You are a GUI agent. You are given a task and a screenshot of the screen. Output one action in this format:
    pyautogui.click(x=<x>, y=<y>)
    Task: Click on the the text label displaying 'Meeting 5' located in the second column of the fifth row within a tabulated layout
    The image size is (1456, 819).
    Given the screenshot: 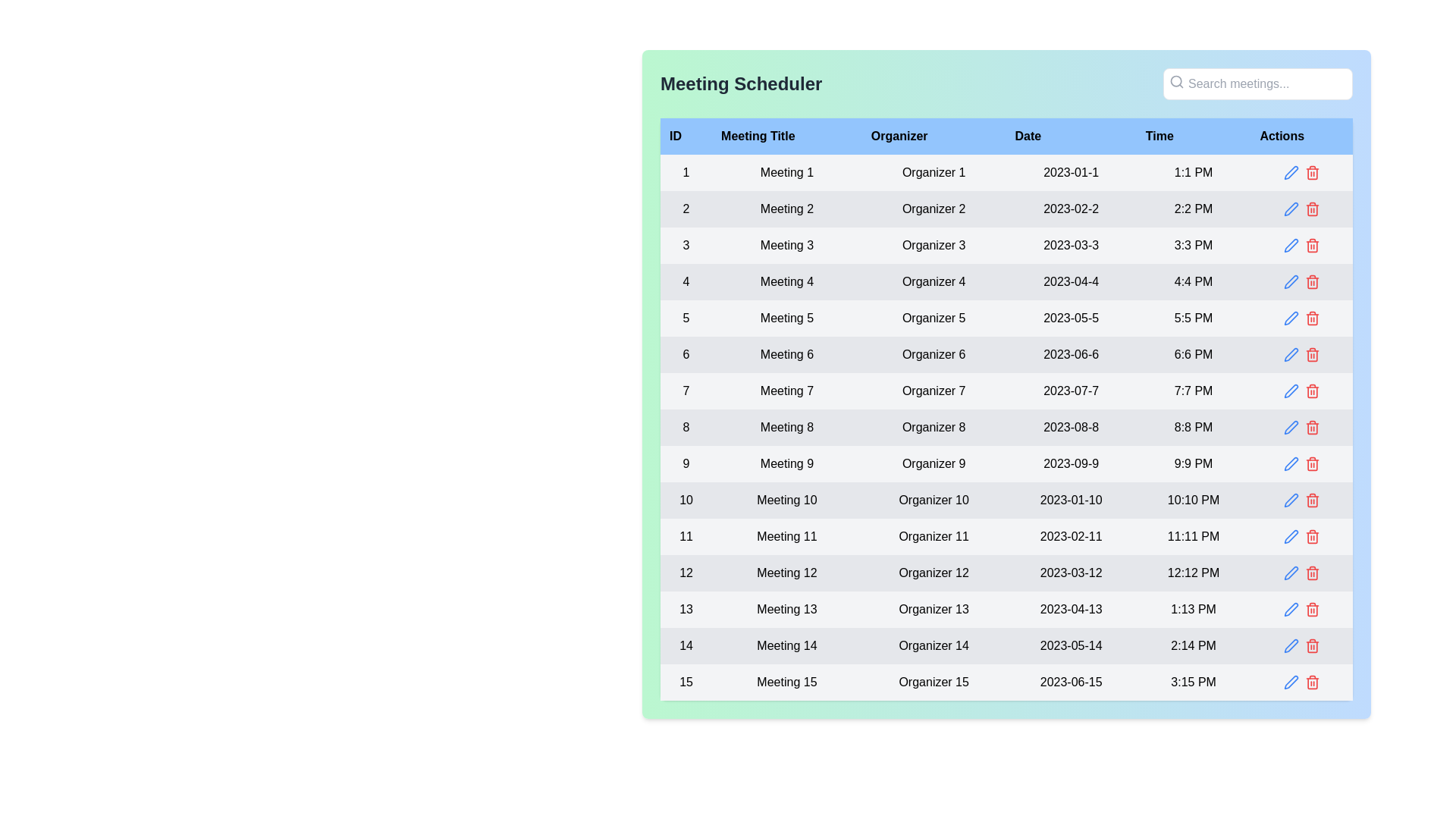 What is the action you would take?
    pyautogui.click(x=786, y=318)
    